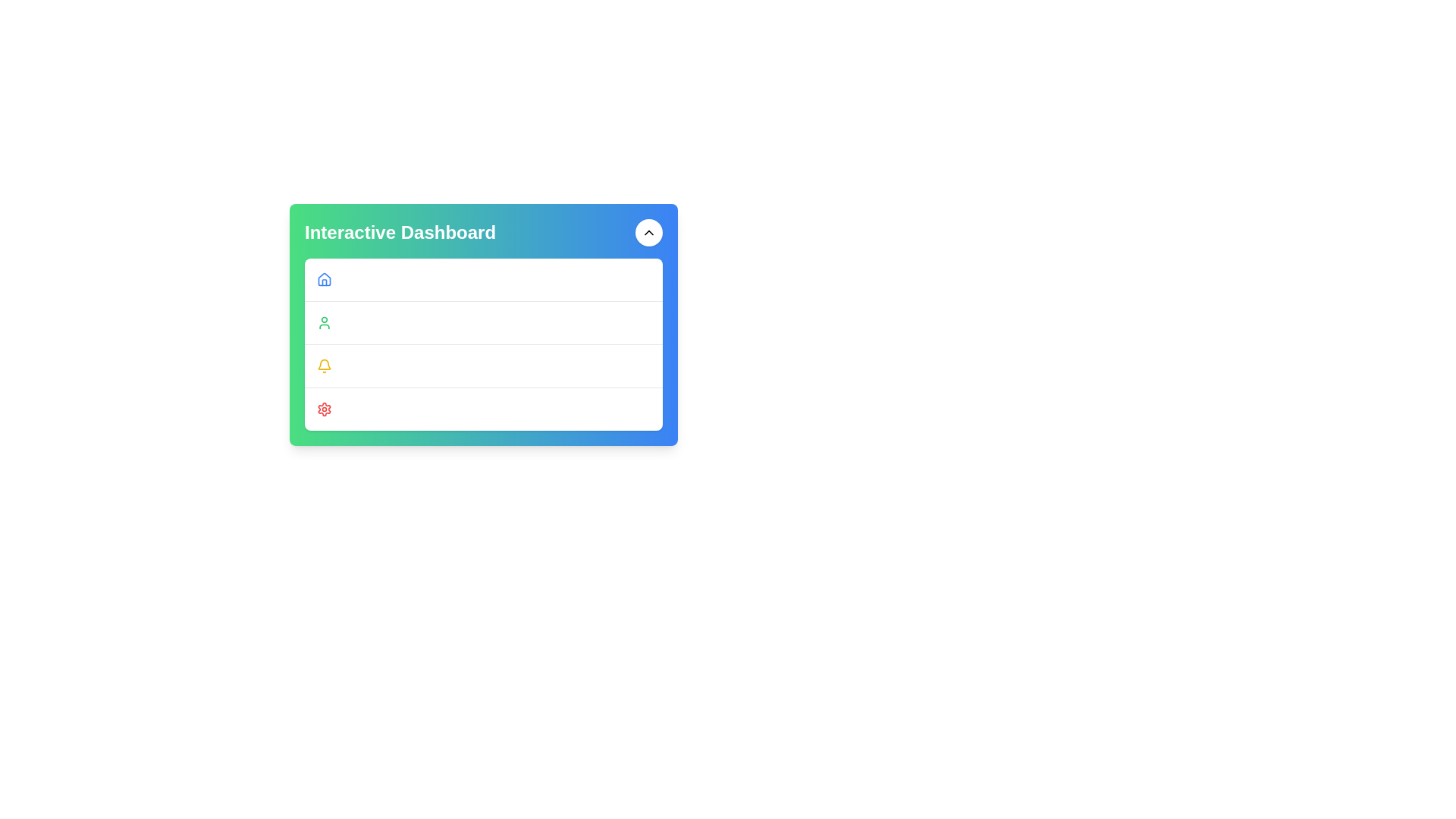  What do you see at coordinates (483, 280) in the screenshot?
I see `the first navigational button in the vertical menu of the 'Interactive Dashboard'` at bounding box center [483, 280].